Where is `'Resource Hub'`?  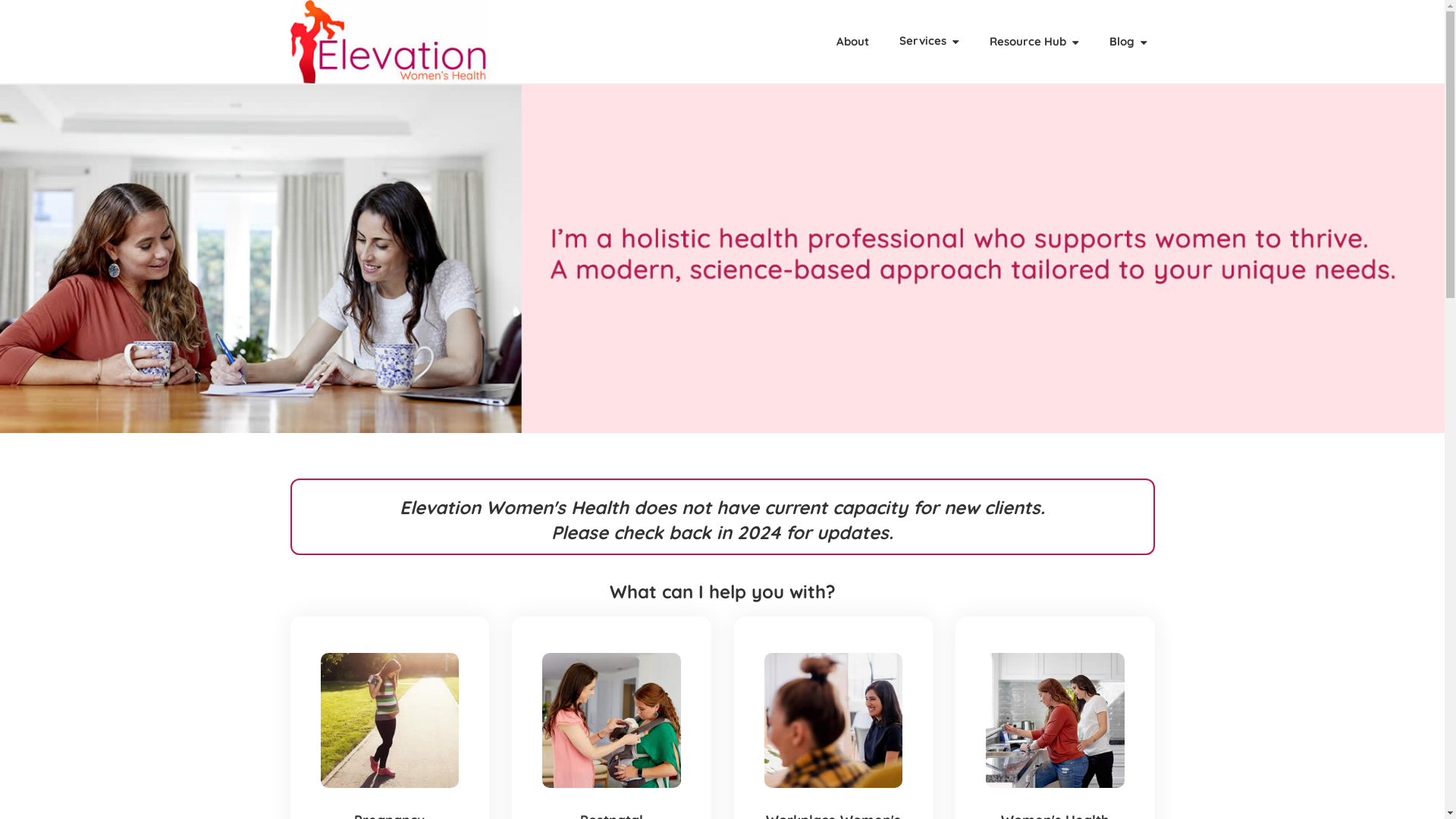
'Resource Hub' is located at coordinates (1033, 40).